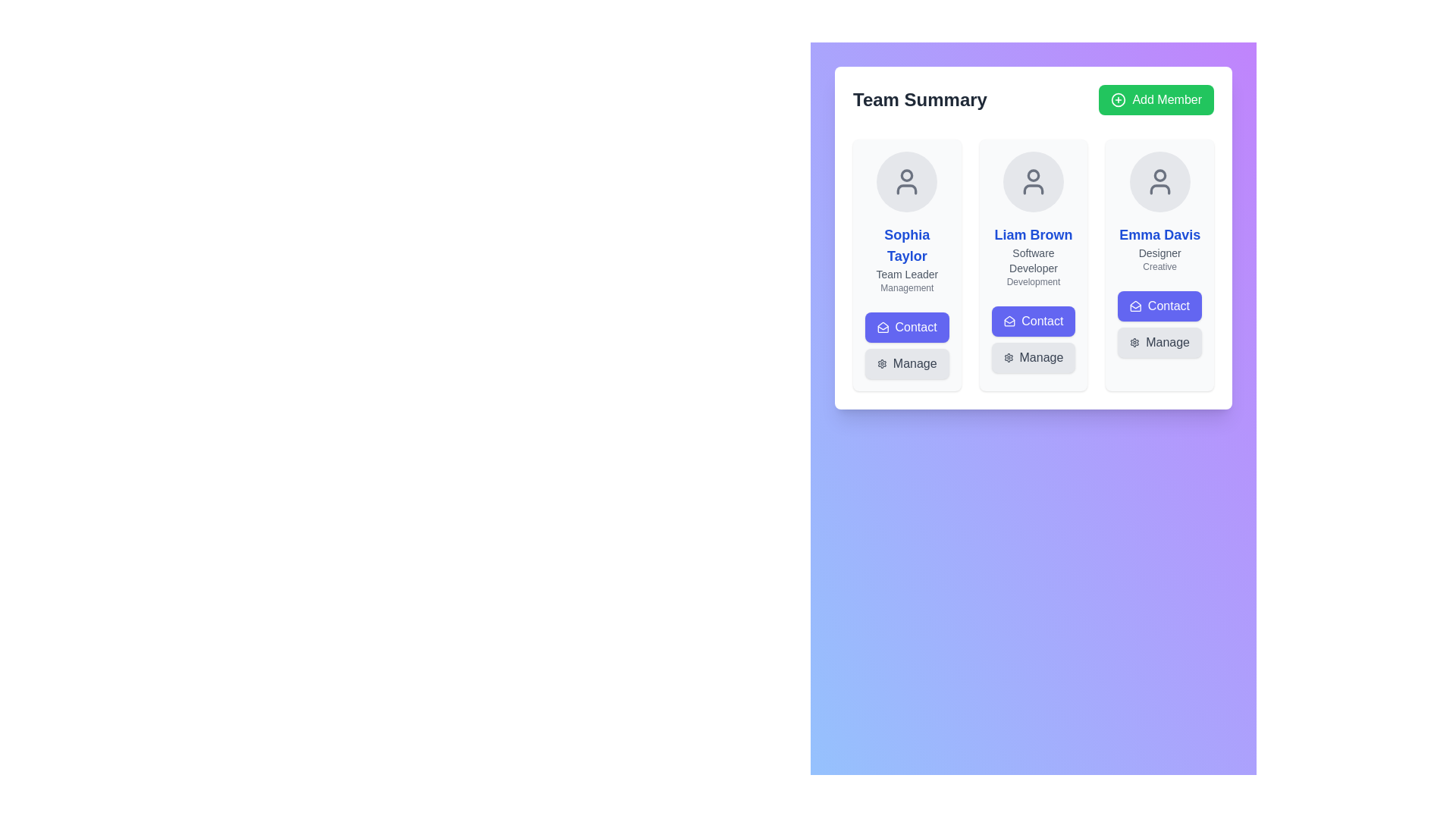  Describe the element at coordinates (907, 189) in the screenshot. I see `the bottom semicircular design of the user profile icon representing 'Sophia Taylor'` at that location.